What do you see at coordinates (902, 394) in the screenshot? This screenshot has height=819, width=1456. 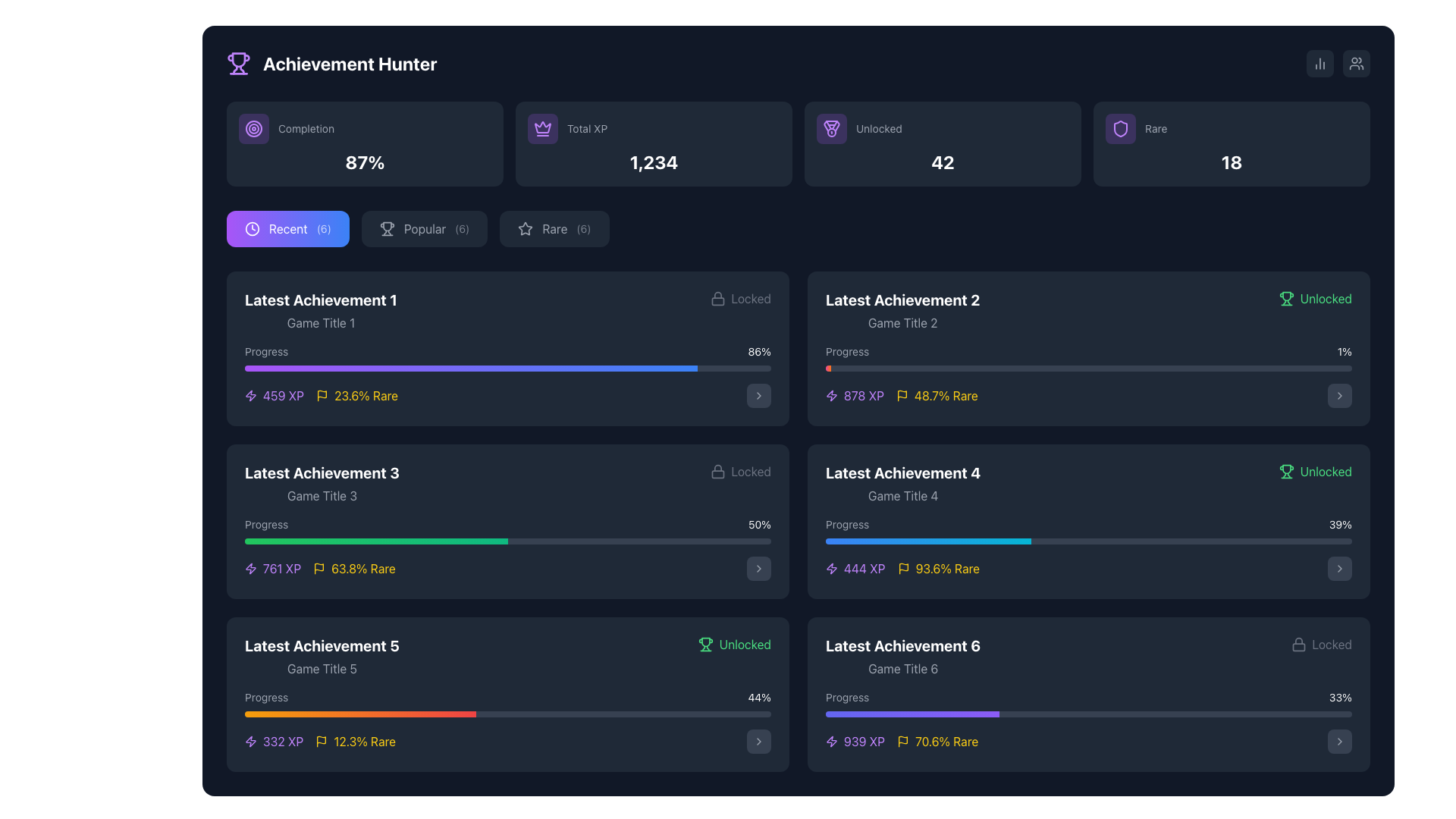 I see `the flag icon located at the top-right corner of the 'Latest Achievement 2' card, adjacent to the progress bar` at bounding box center [902, 394].